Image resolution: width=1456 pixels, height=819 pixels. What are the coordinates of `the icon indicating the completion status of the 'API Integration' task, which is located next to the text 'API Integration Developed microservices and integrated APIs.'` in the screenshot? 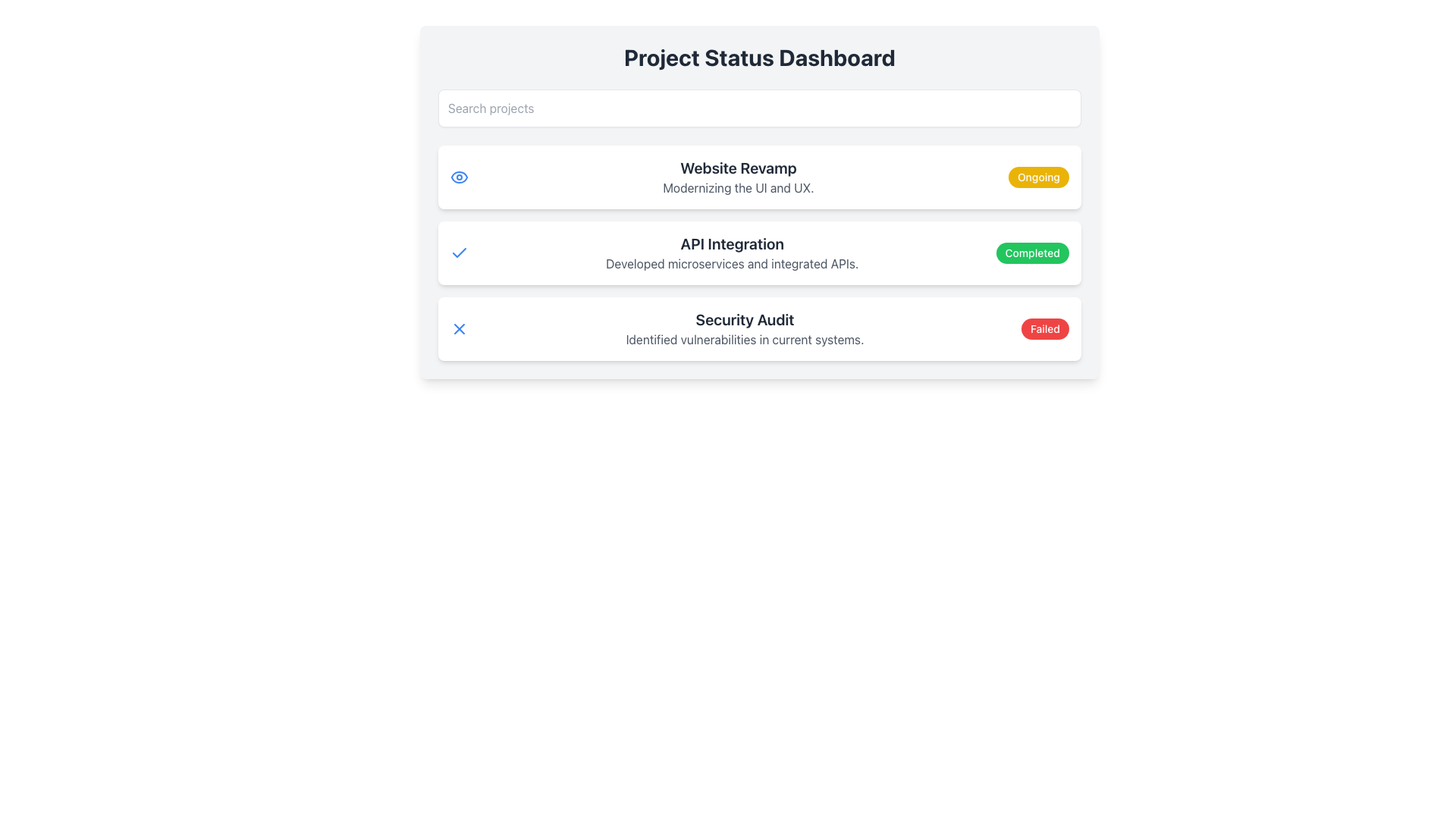 It's located at (458, 253).